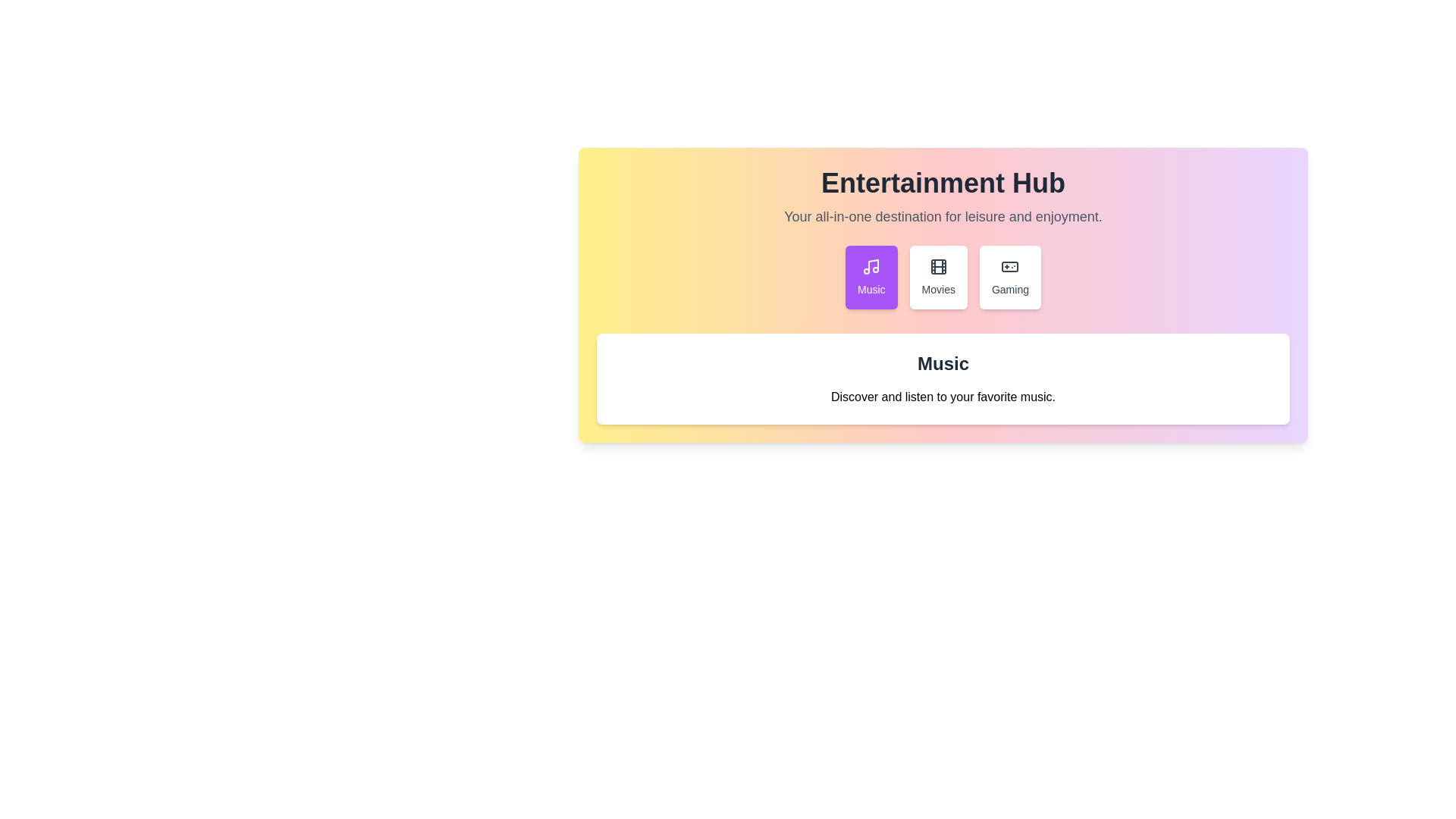 This screenshot has width=1456, height=819. What do you see at coordinates (1010, 265) in the screenshot?
I see `the game controller icon located within the 'Gaming' card, which features a rounded rectangle shape and a cross-shaped directional pad` at bounding box center [1010, 265].